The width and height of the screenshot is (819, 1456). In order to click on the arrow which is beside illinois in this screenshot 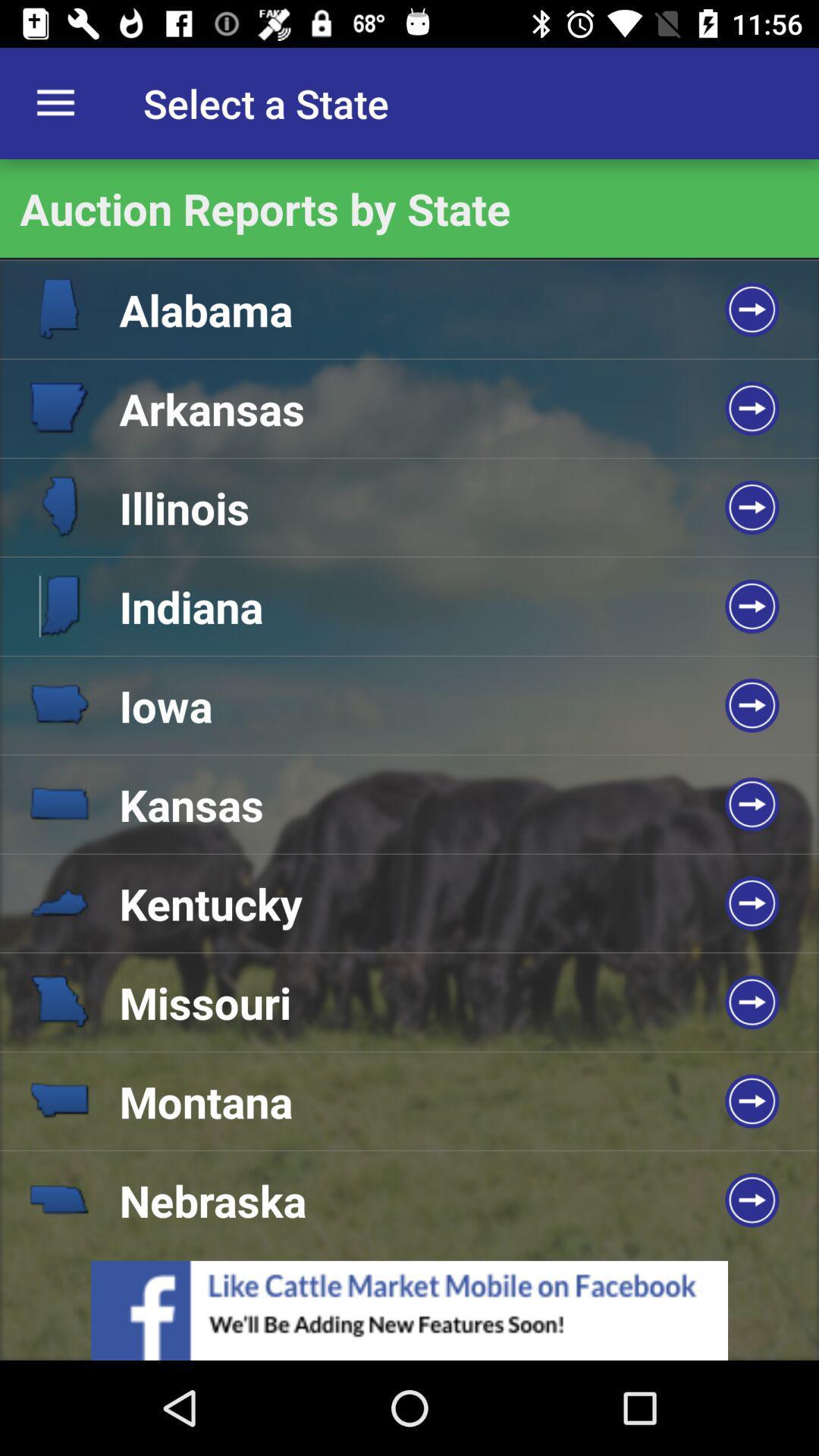, I will do `click(752, 507)`.